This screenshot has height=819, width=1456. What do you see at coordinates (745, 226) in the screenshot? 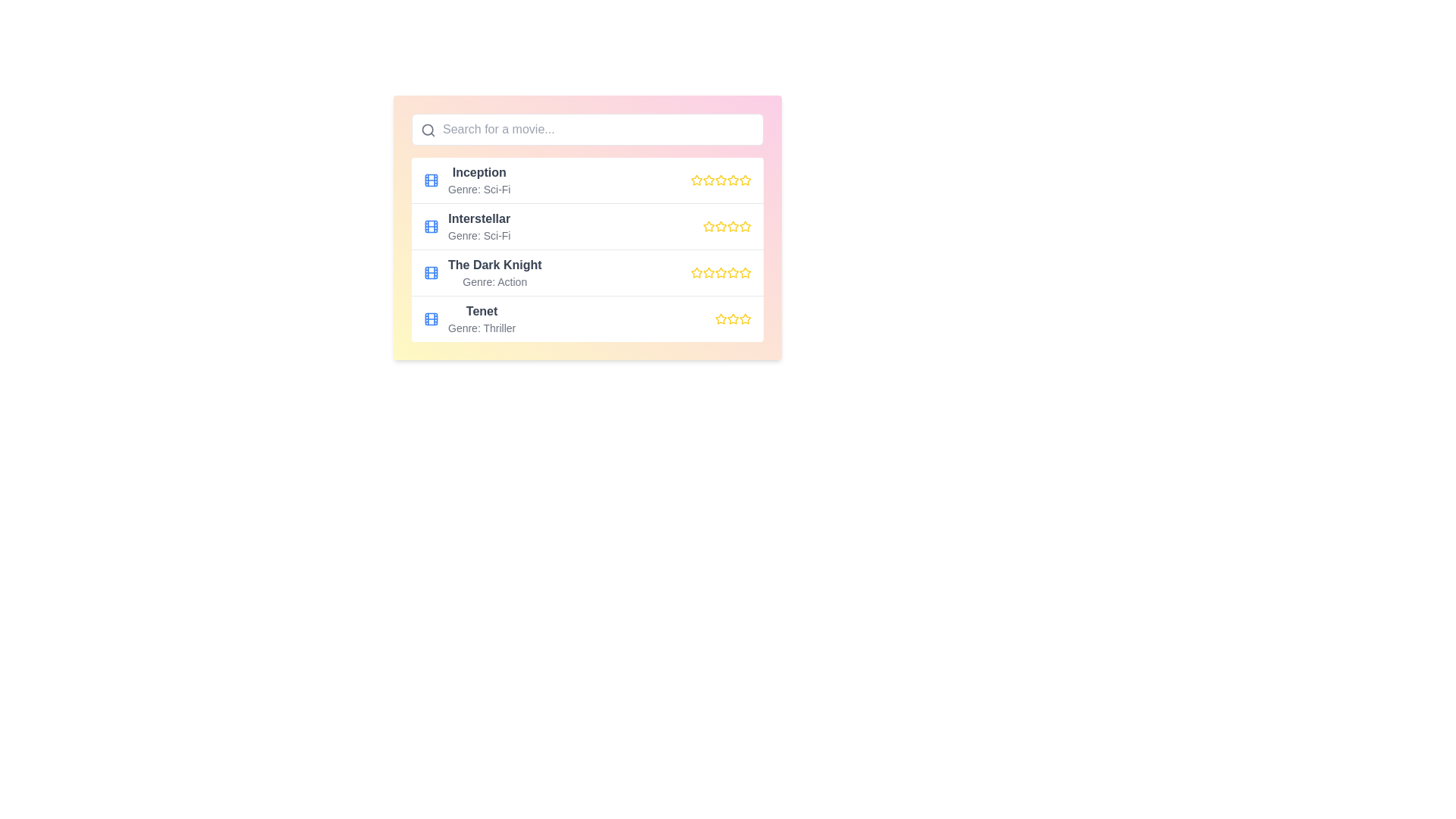
I see `the star icon for rating the movie 'Interstellar', which is located in the second row and fourth position of the movie list` at bounding box center [745, 226].